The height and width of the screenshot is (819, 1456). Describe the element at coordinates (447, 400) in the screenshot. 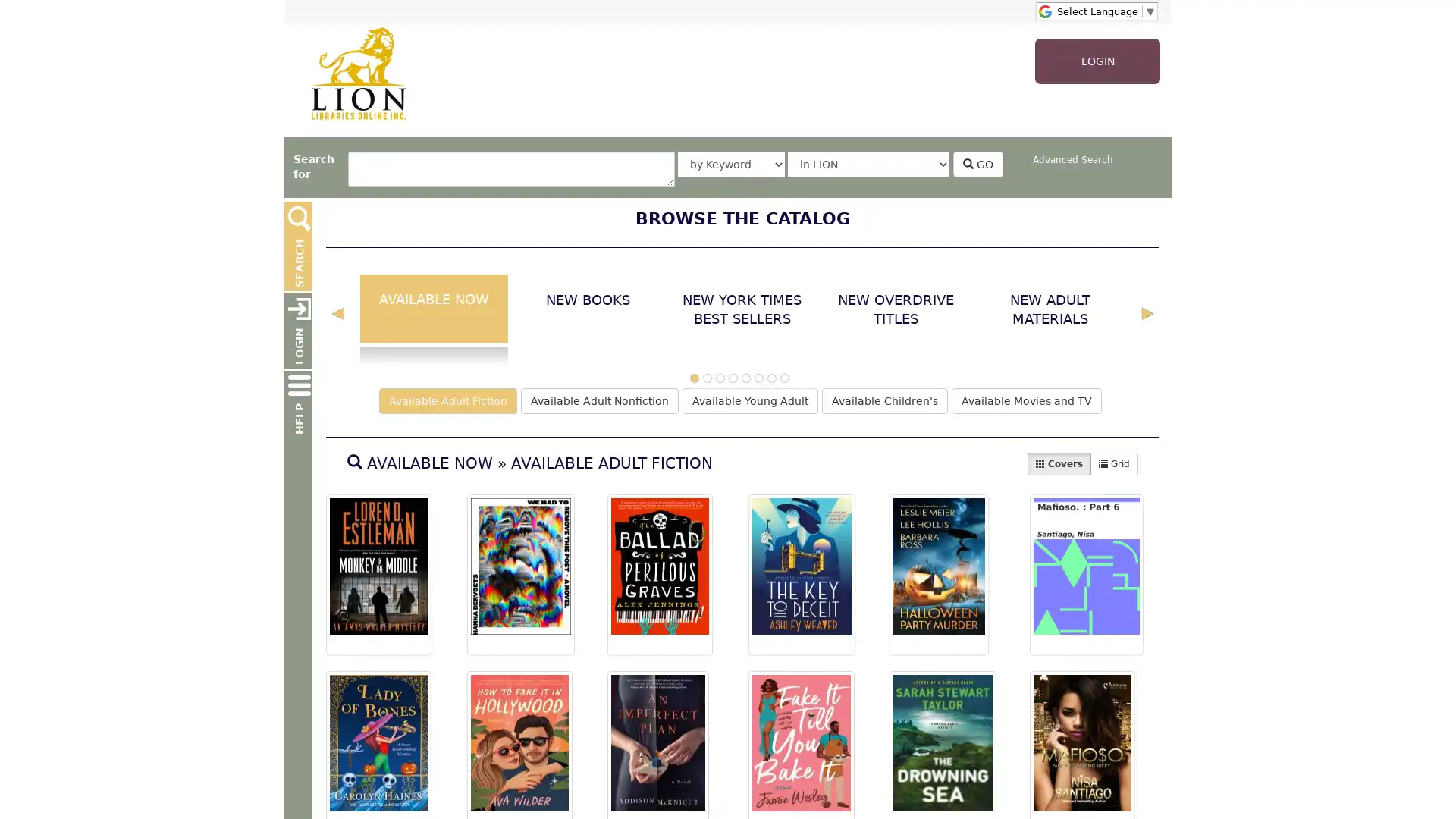

I see `Available Adult Fiction` at that location.